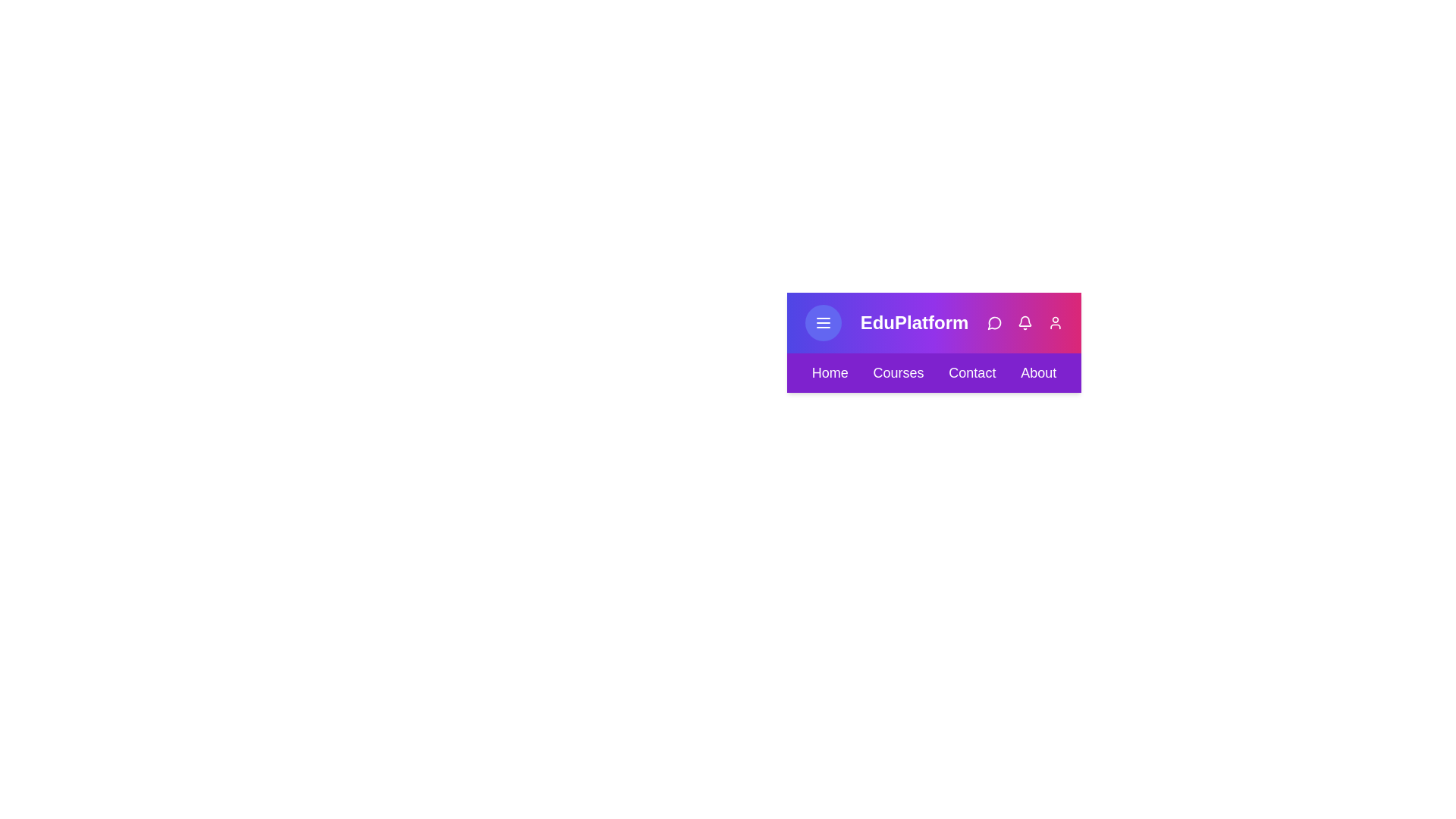  I want to click on the notification icon in the action bar, so click(1025, 322).